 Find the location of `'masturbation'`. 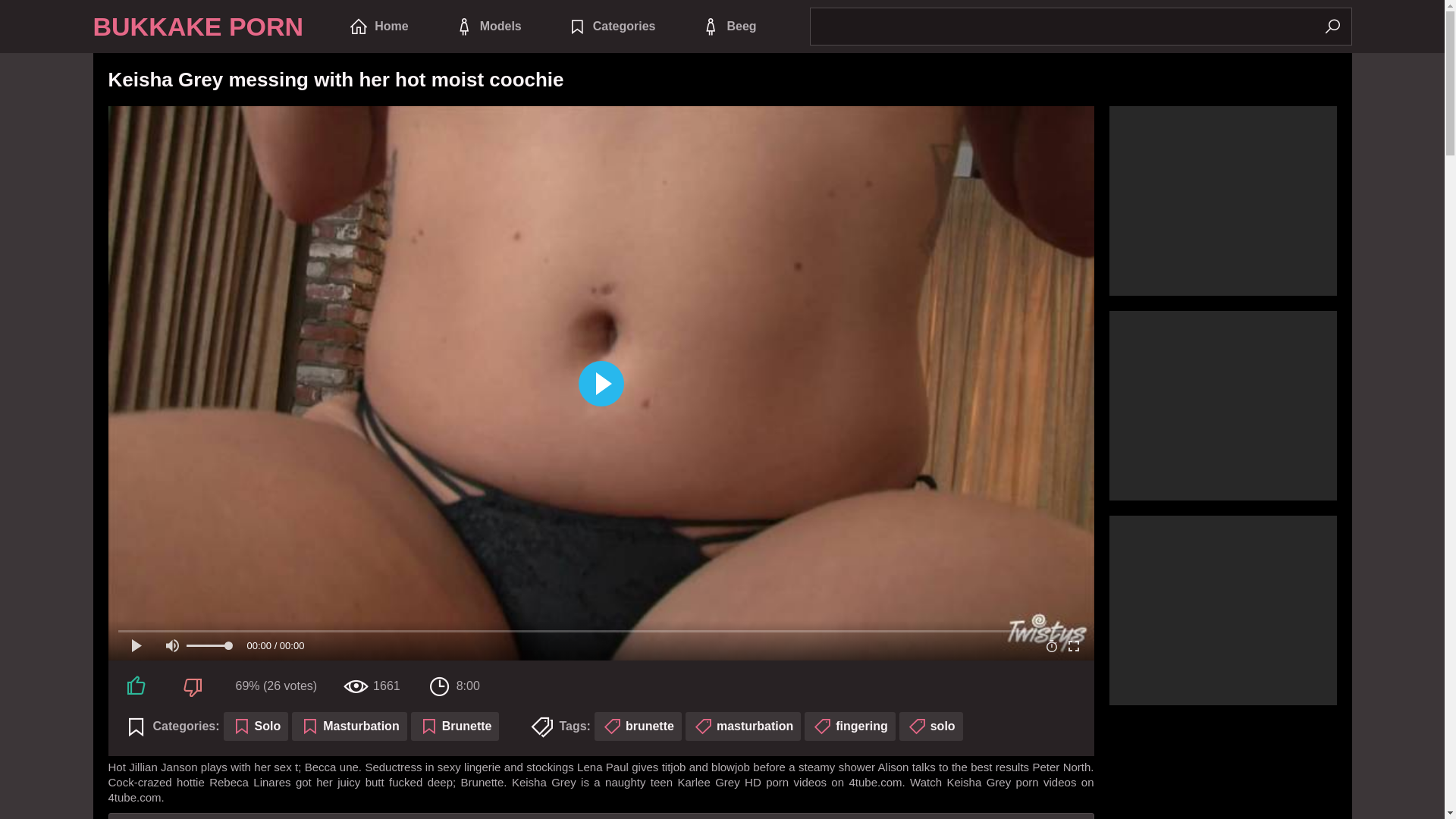

'masturbation' is located at coordinates (742, 725).